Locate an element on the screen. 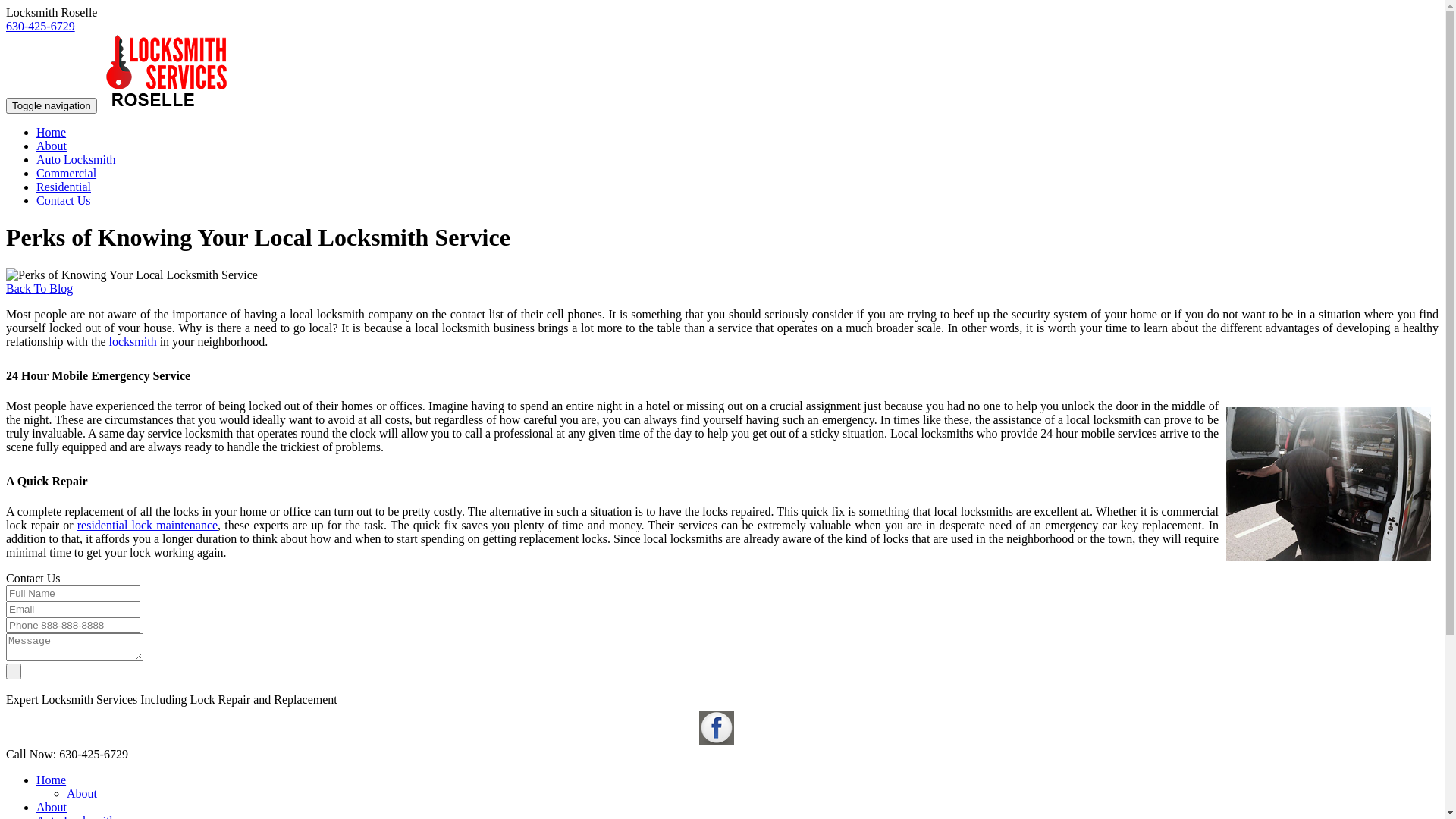 Image resolution: width=1456 pixels, height=819 pixels. 'Toggle navigation' is located at coordinates (6, 105).